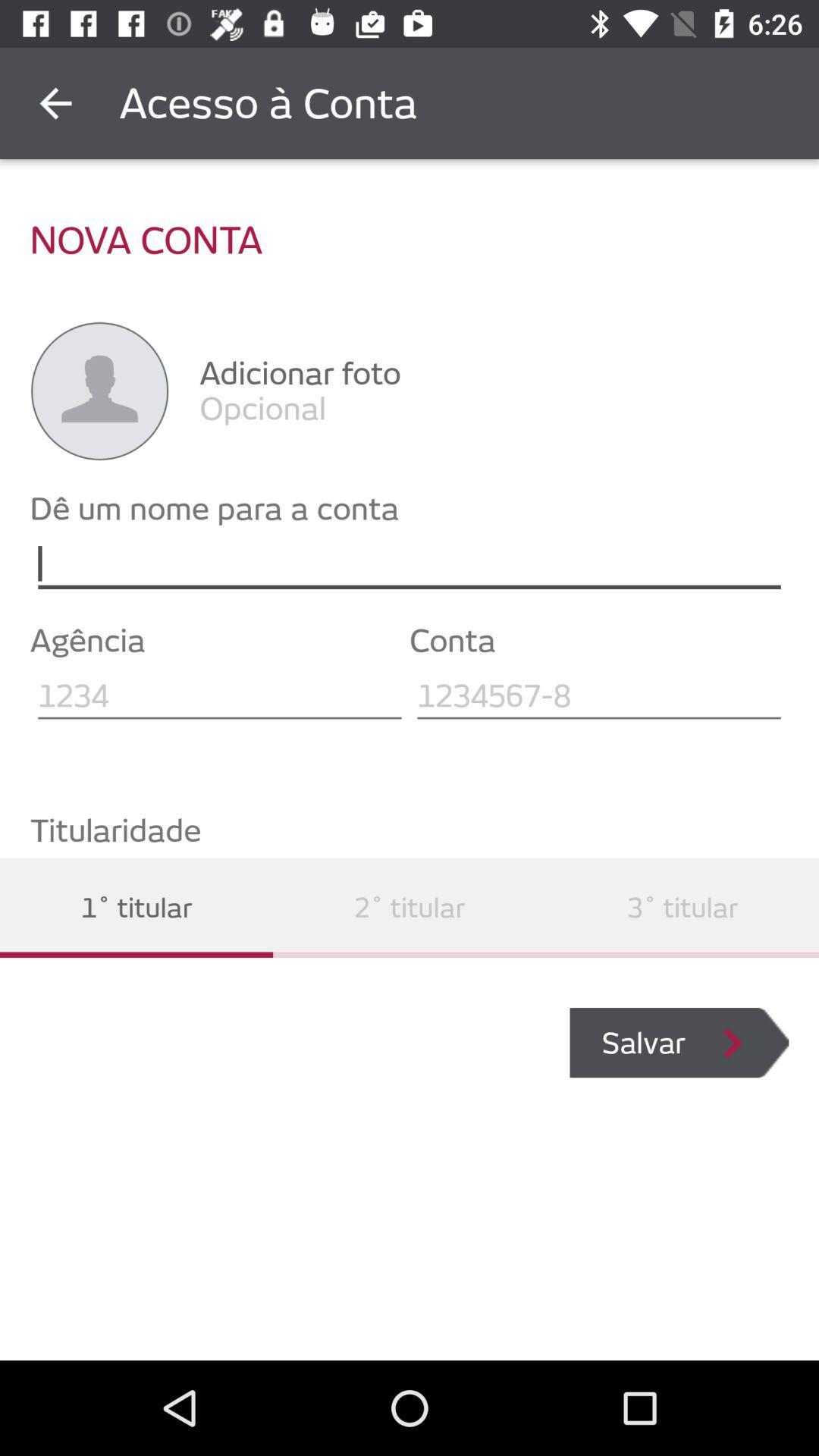 This screenshot has height=1456, width=819. What do you see at coordinates (55, 102) in the screenshot?
I see `the item above the nova conta` at bounding box center [55, 102].